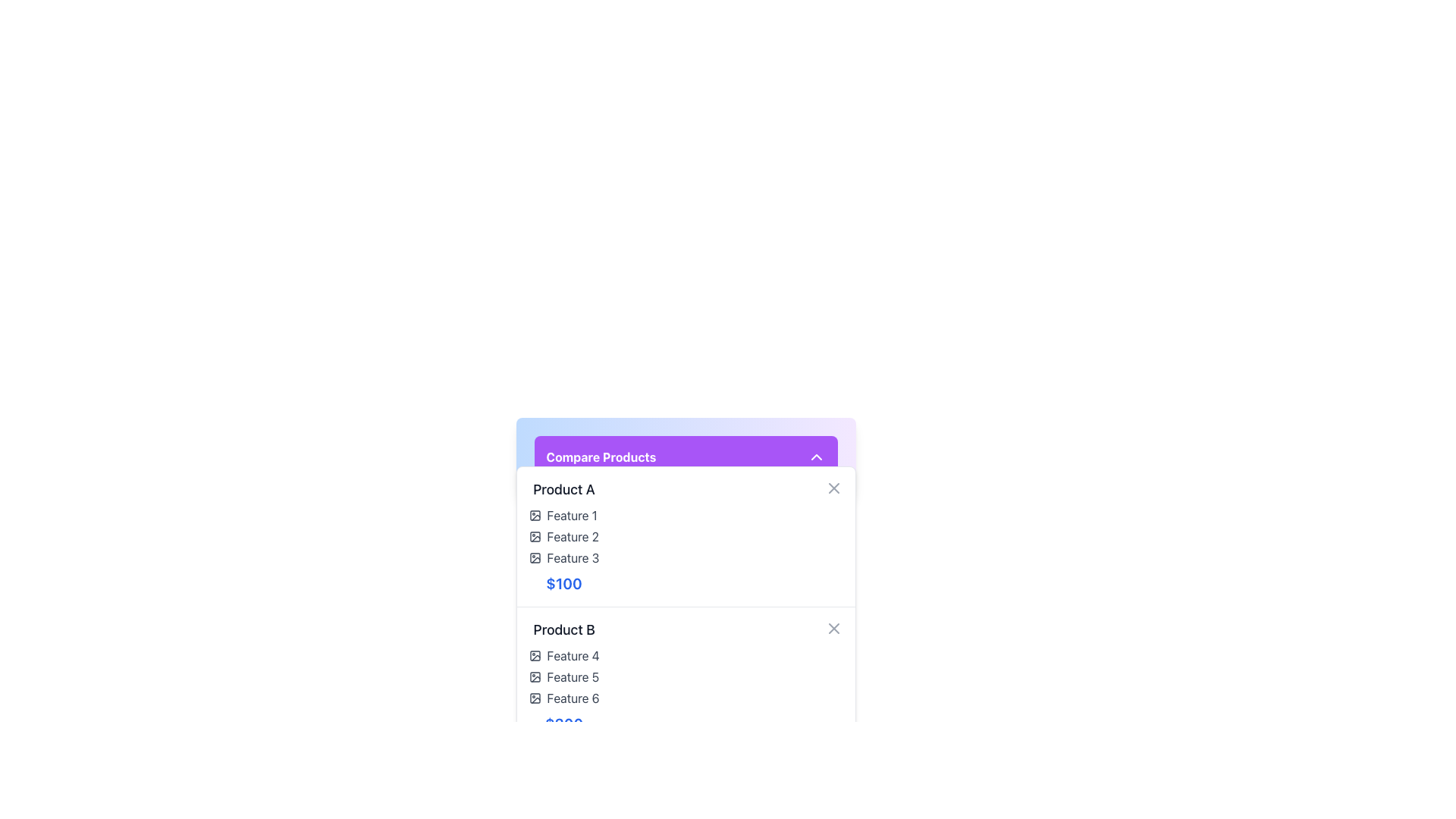 The image size is (1456, 819). I want to click on the small circular button with an 'X' icon in the top-right corner of the 'Product B' section, so click(833, 629).